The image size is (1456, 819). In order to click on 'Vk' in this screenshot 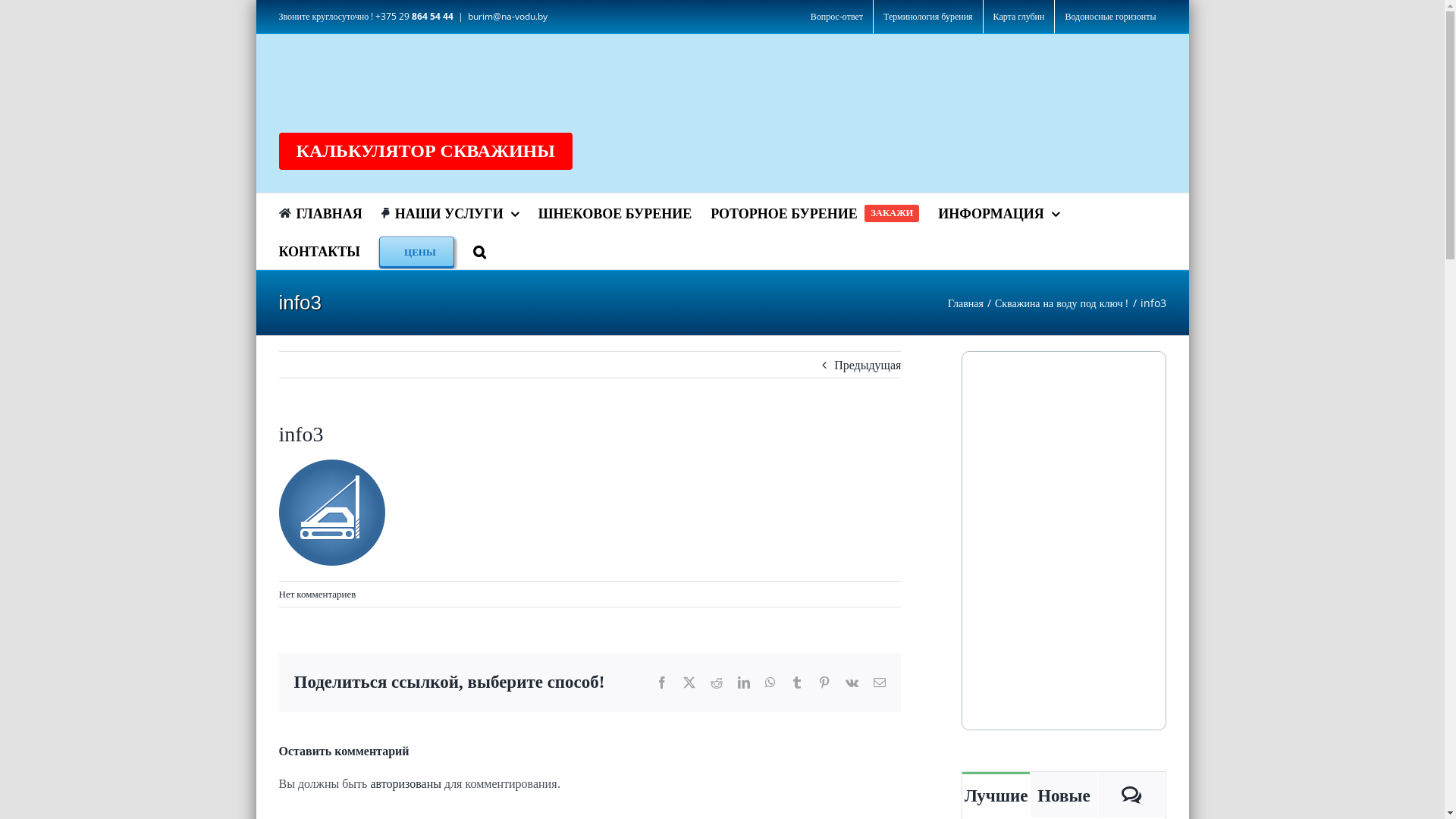, I will do `click(852, 681)`.